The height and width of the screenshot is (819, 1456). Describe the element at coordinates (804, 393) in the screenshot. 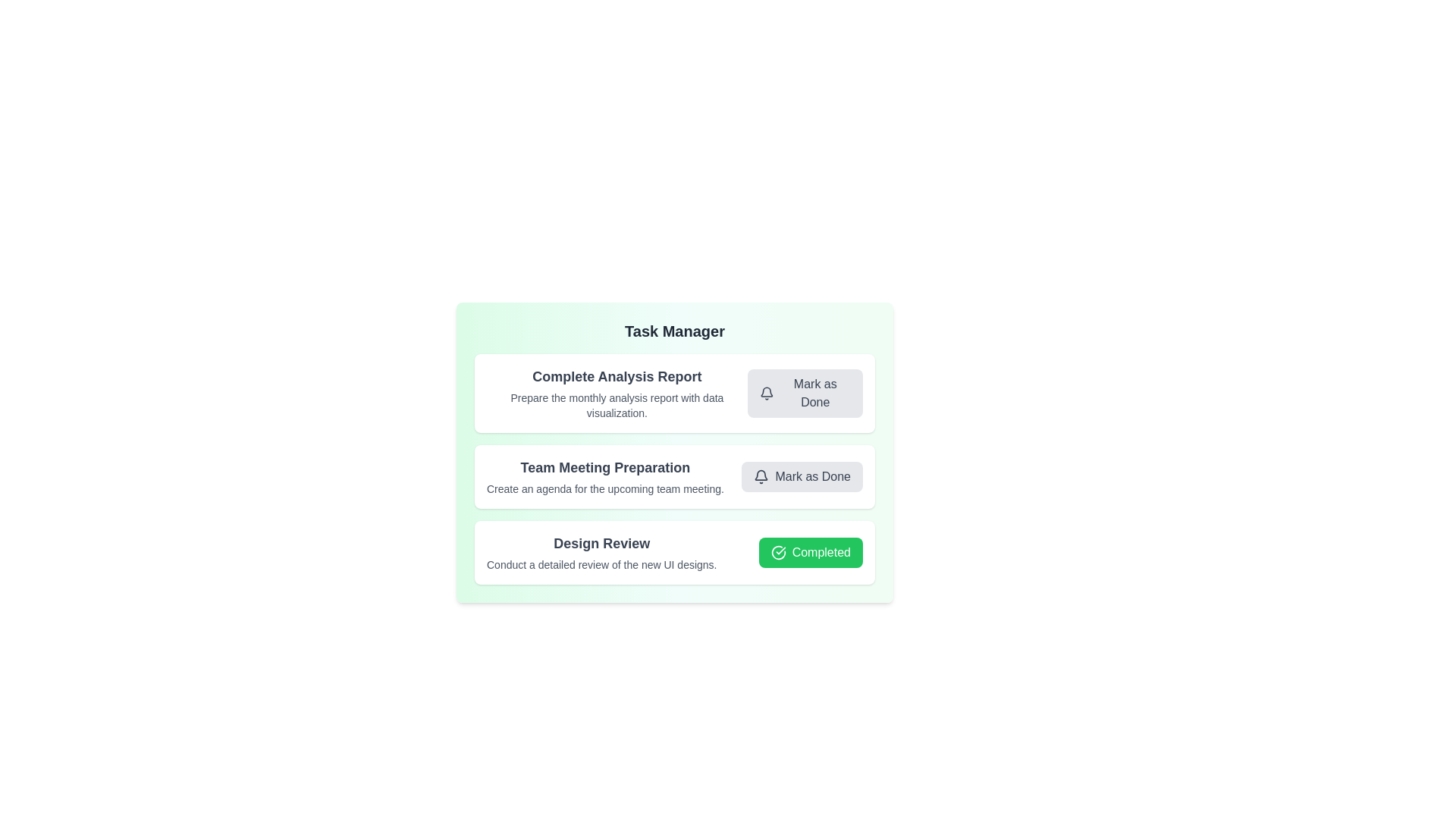

I see `button to toggle the completion status of the task titled 'Complete Analysis Report'` at that location.